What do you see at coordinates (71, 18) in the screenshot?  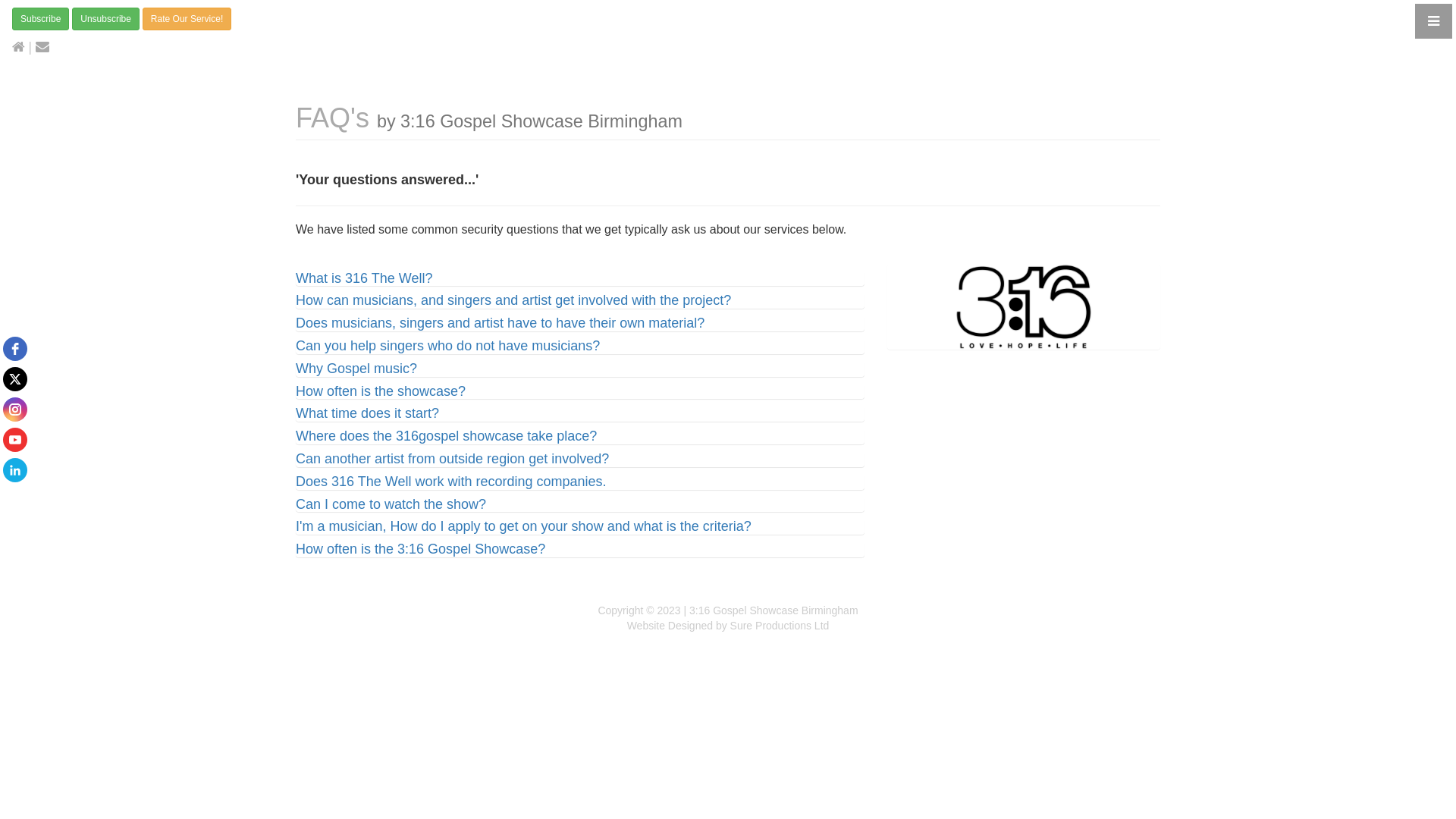 I see `'Unsubscribe'` at bounding box center [71, 18].